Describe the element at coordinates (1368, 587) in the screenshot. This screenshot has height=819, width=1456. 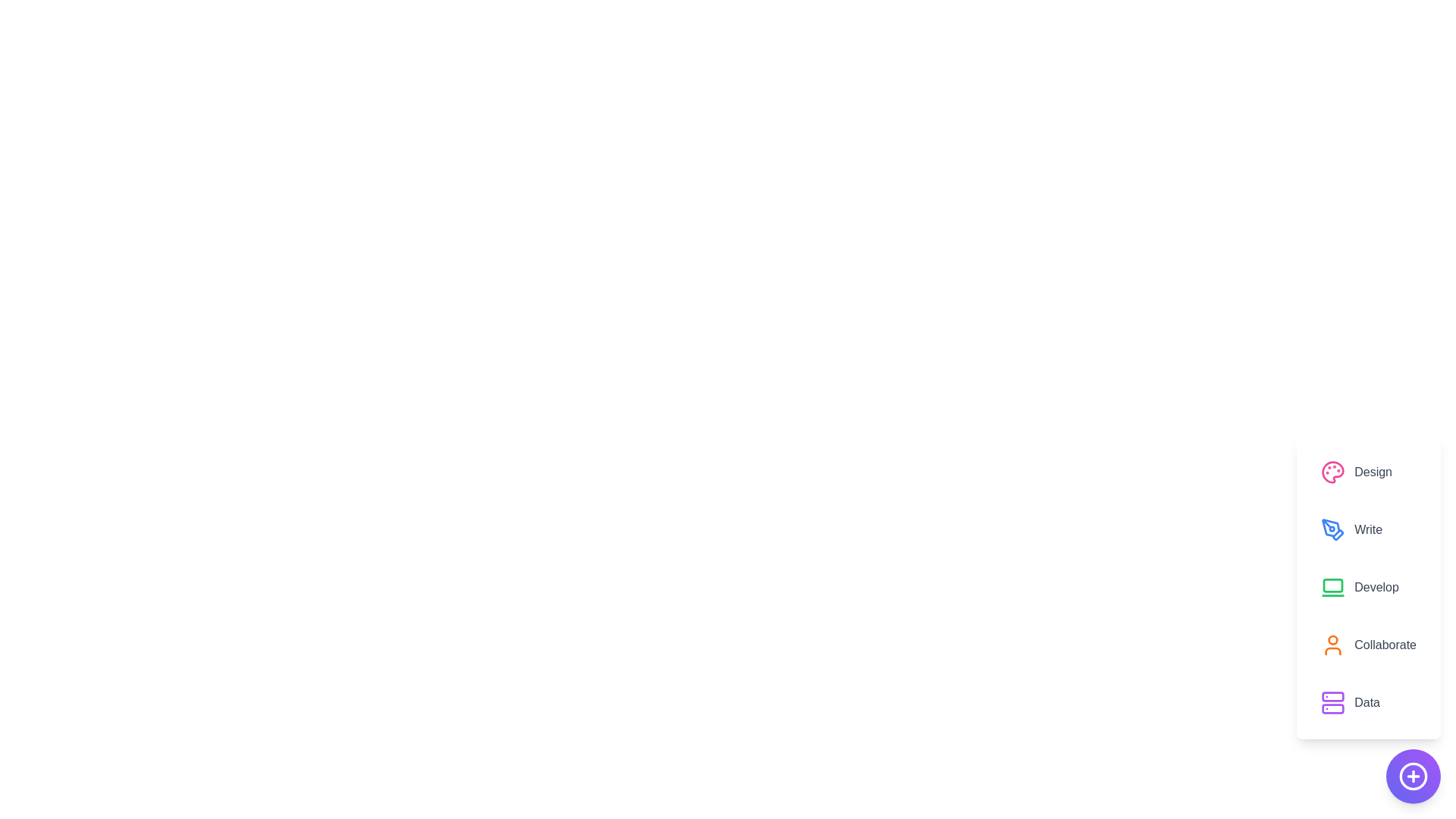
I see `the option Develop from the displayed options` at that location.